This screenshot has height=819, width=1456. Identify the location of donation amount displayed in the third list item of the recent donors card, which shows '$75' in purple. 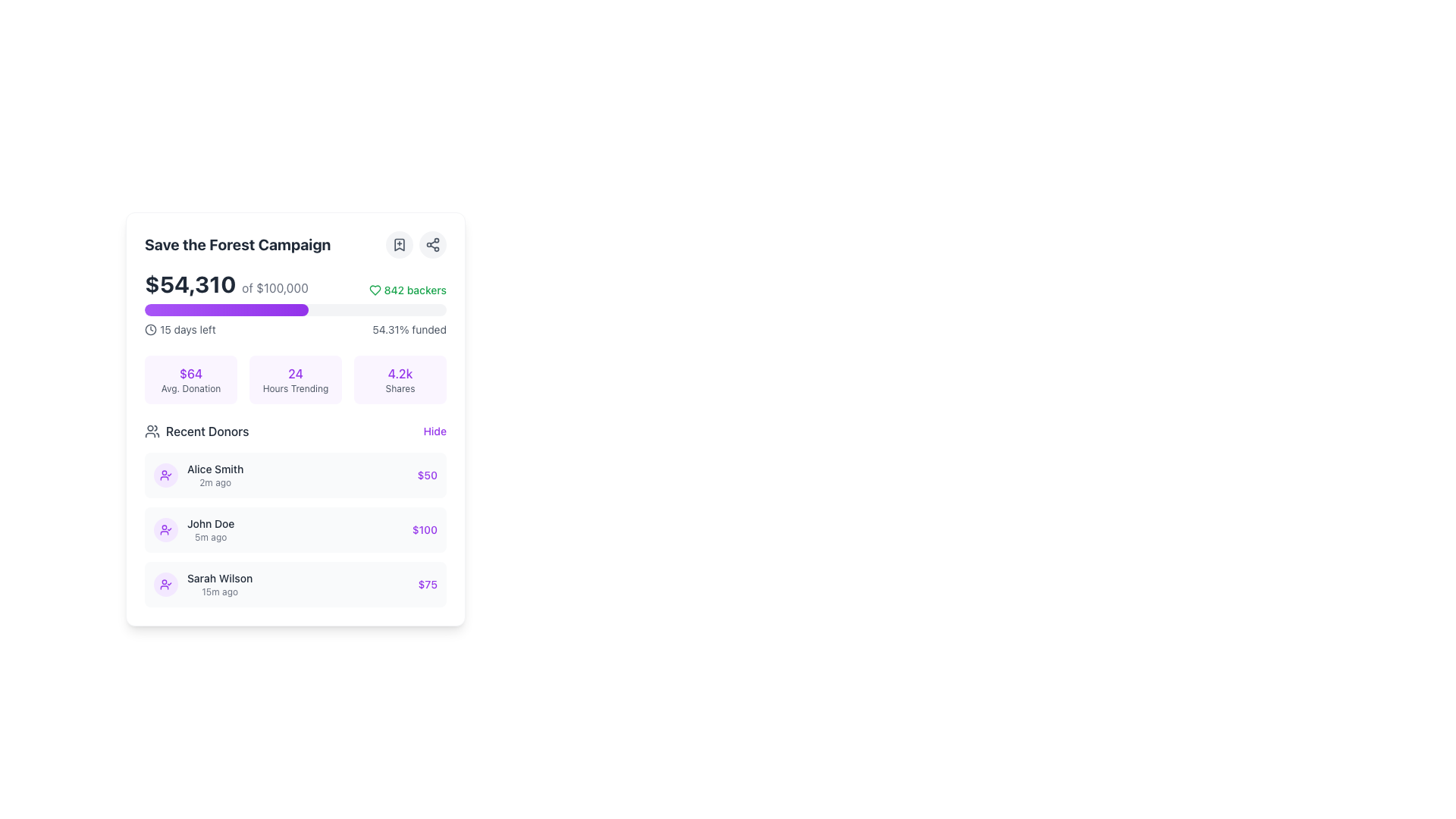
(295, 584).